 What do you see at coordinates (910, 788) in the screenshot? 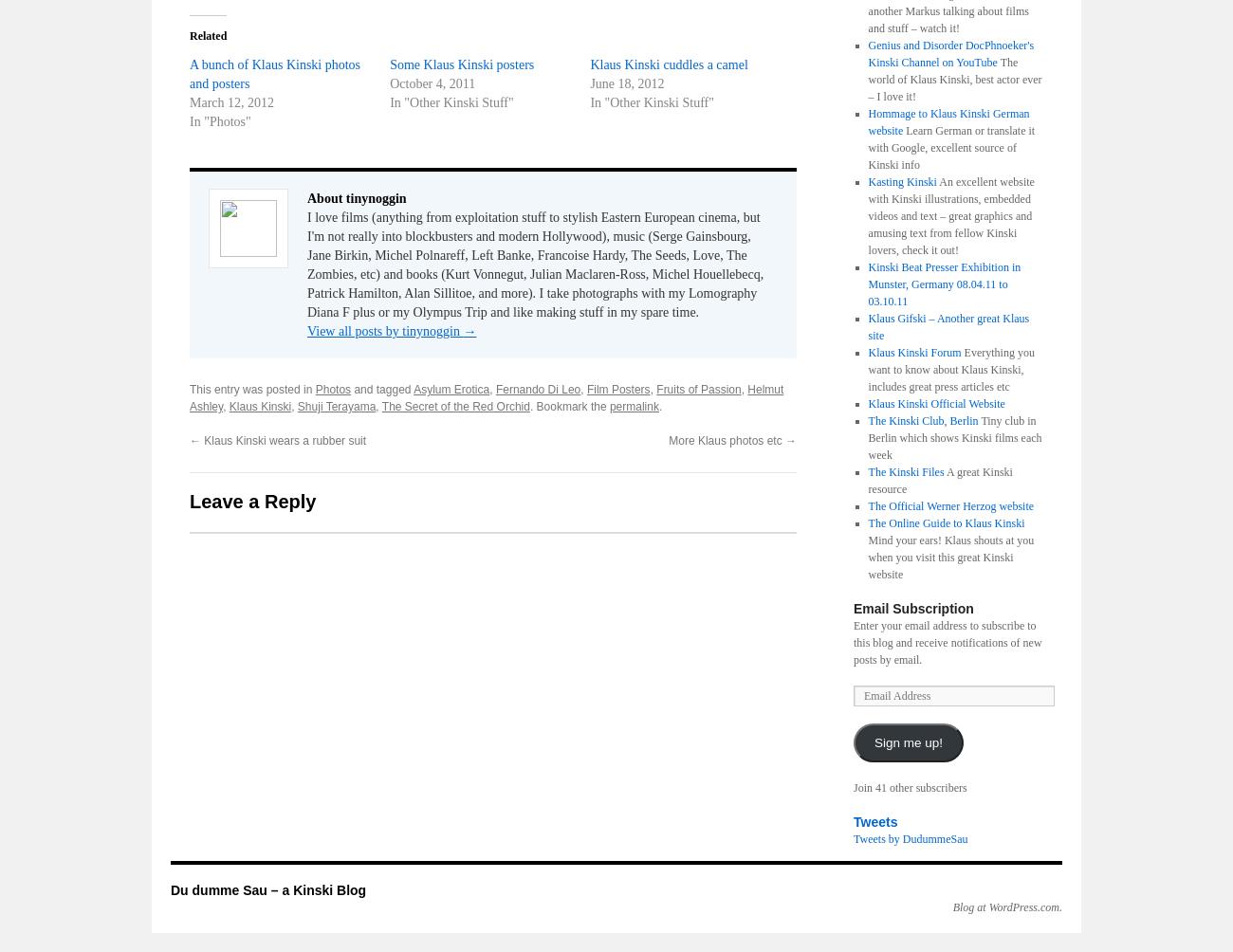
I see `'Join 41 other subscribers'` at bounding box center [910, 788].